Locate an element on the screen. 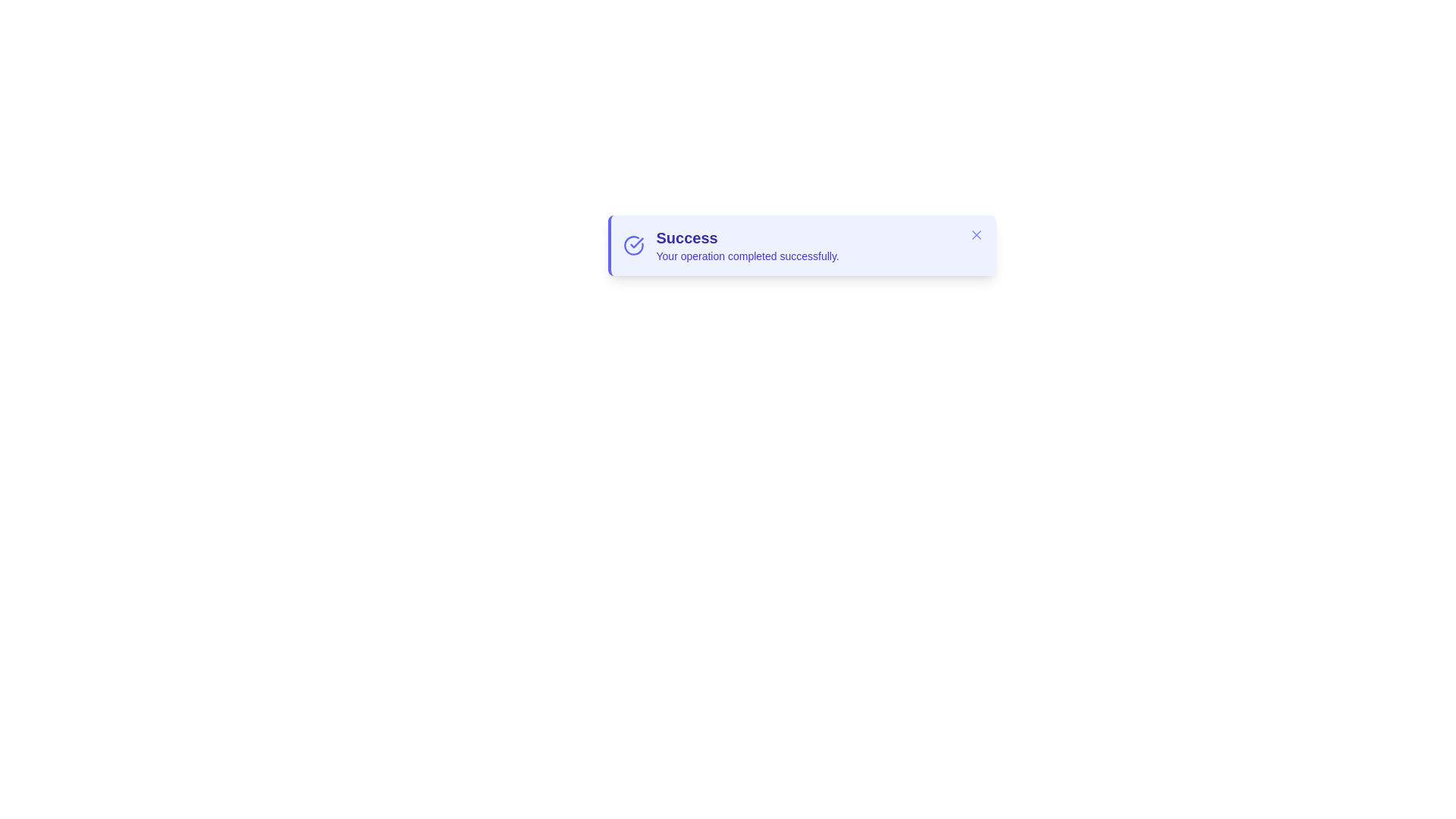 The image size is (1456, 819). the text label that reads 'Your operation completed successfully.' which is styled in an indigo hue and located beneath the 'Success' text within a notification box is located at coordinates (748, 256).